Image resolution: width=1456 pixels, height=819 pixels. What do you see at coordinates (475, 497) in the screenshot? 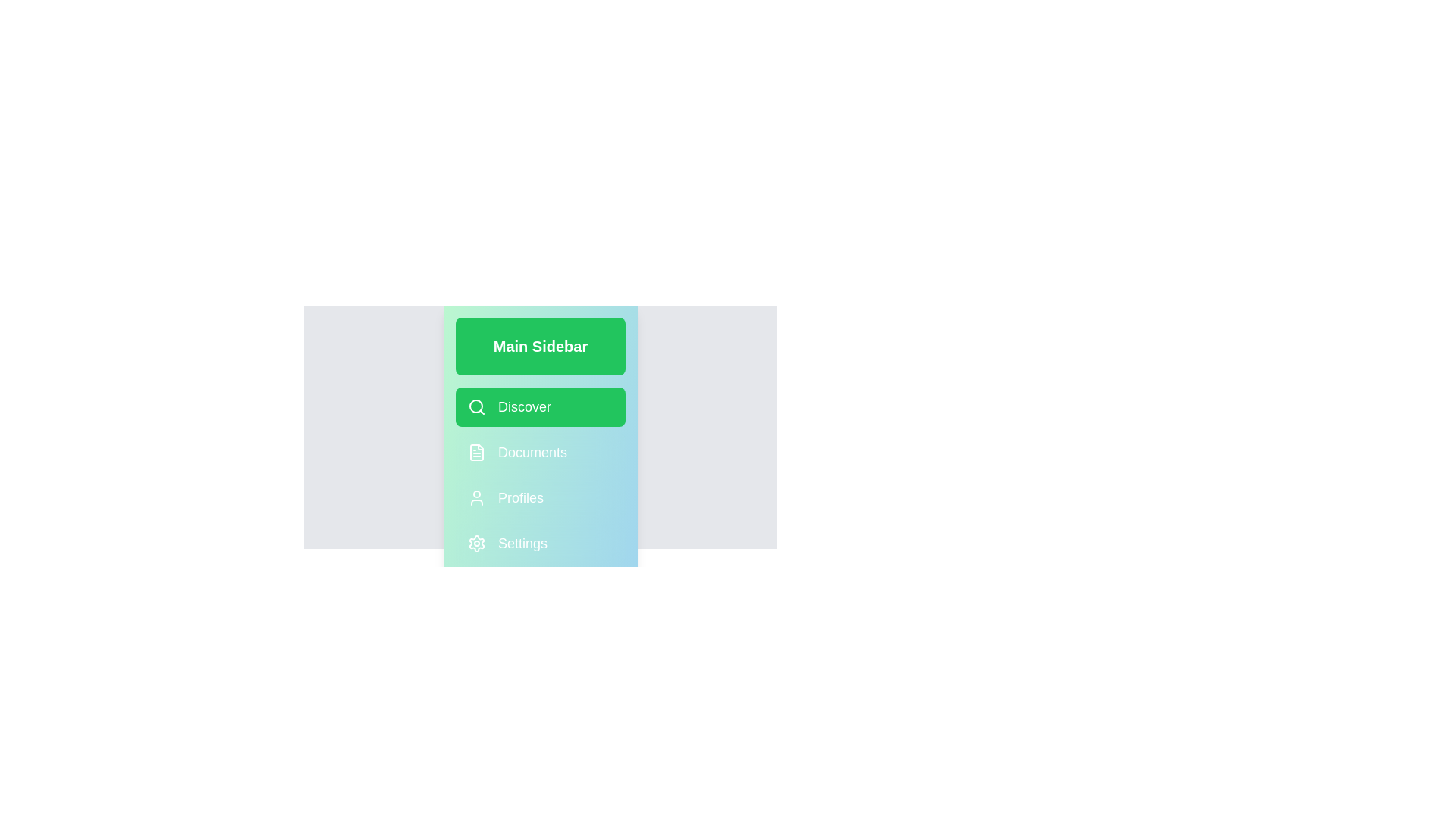
I see `the user outline icon with a black stroke and light green background located in the sidebar menu under the 'Profiles' section` at bounding box center [475, 497].